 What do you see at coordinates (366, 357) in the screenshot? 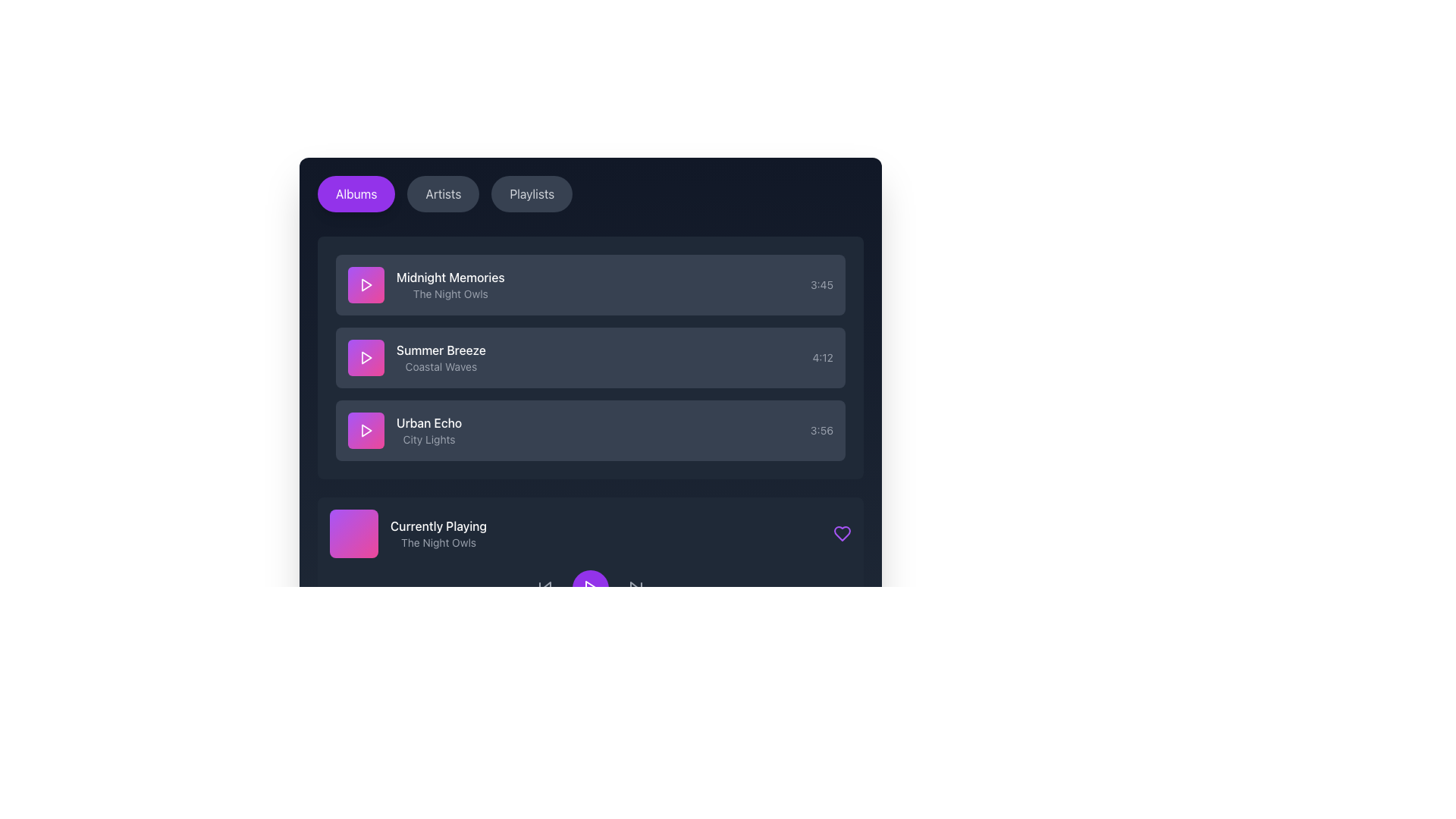
I see `the triangular play icon button located on the left side of the 'Summer Breeze' list item` at bounding box center [366, 357].